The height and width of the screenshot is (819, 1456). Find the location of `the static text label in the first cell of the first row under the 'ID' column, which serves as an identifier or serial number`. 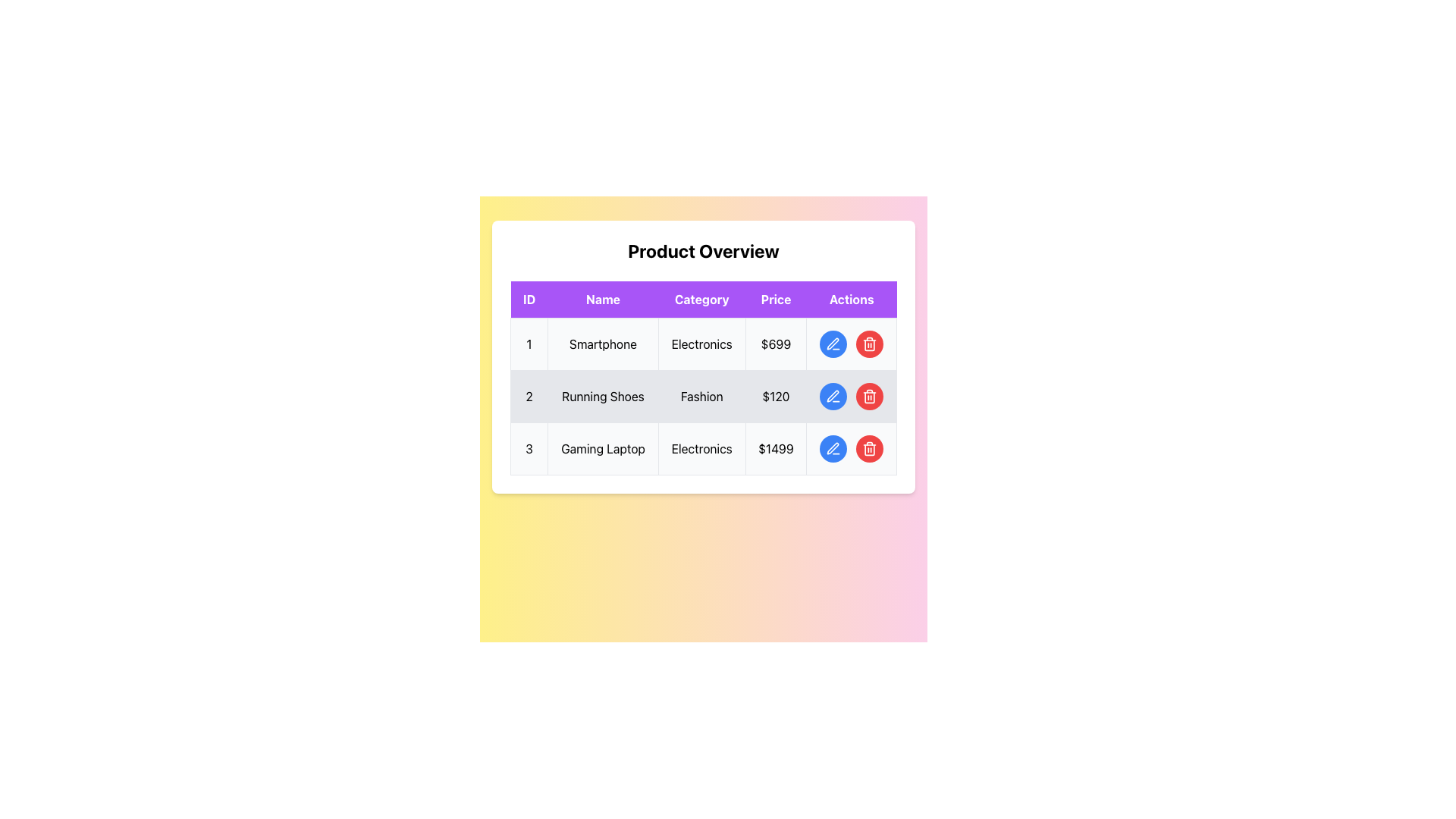

the static text label in the first cell of the first row under the 'ID' column, which serves as an identifier or serial number is located at coordinates (529, 344).